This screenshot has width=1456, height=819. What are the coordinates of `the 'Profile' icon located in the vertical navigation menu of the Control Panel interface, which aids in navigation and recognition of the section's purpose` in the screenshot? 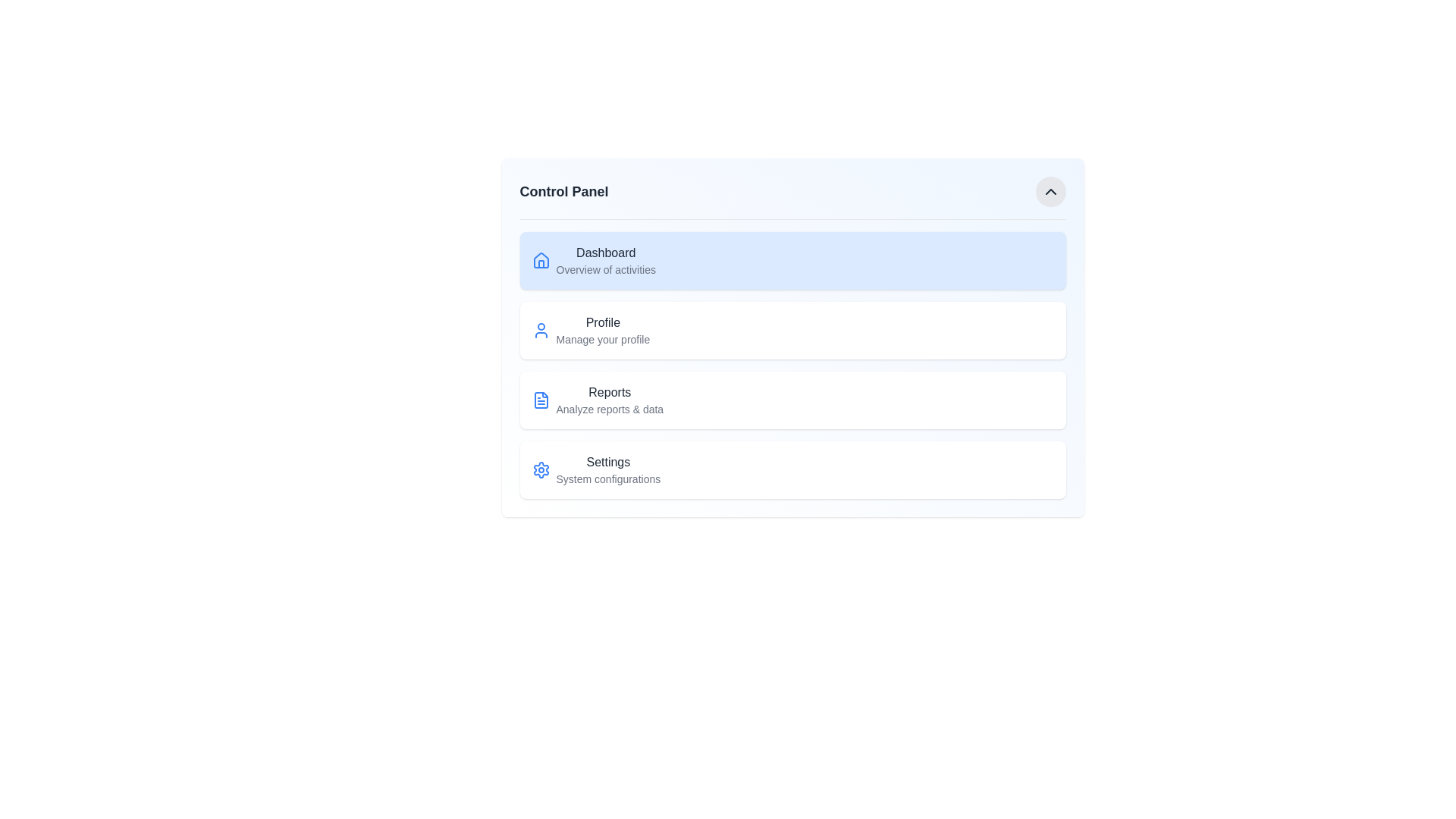 It's located at (541, 329).